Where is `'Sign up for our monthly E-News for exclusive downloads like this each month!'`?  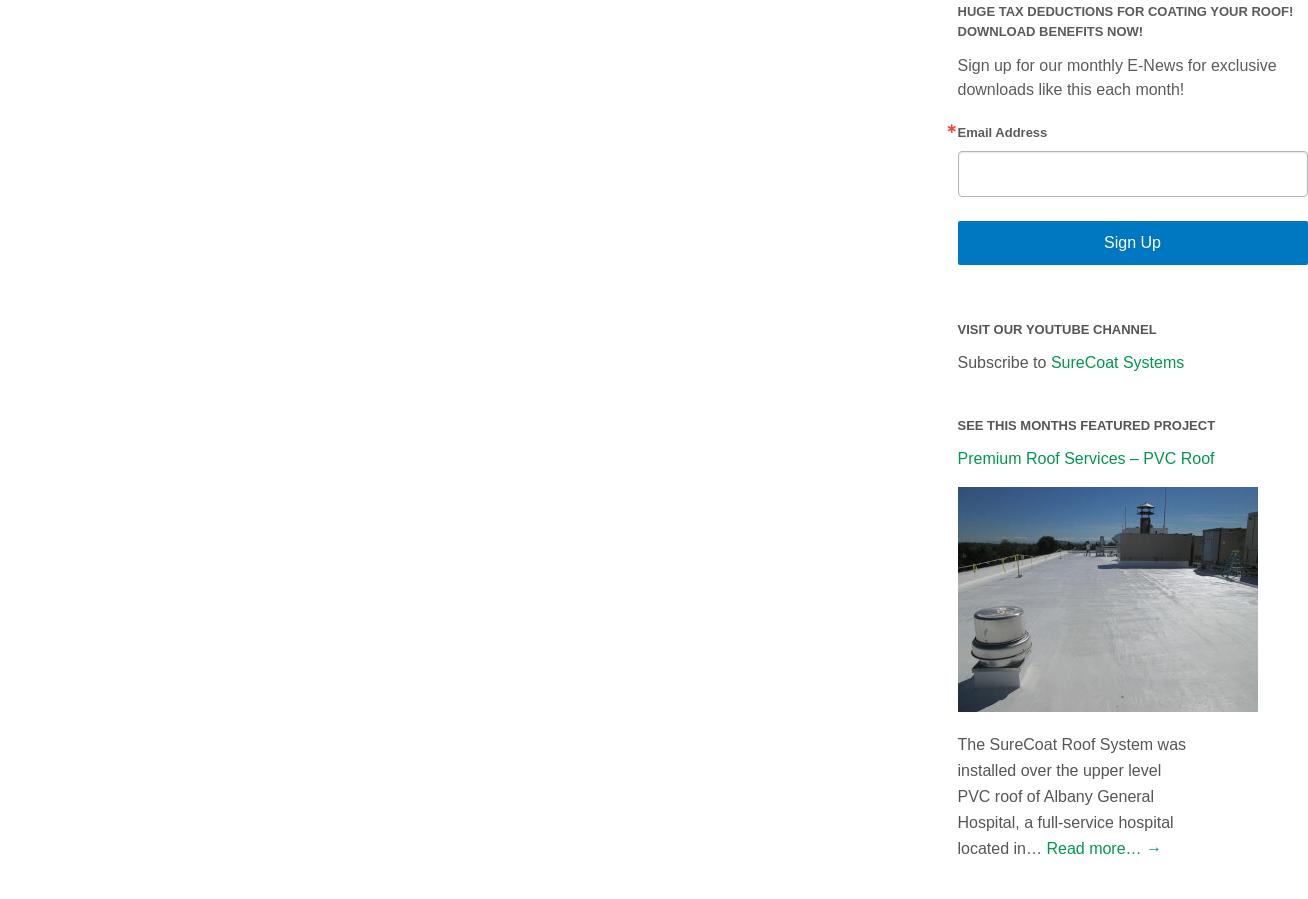
'Sign up for our monthly E-News for exclusive downloads like this each month!' is located at coordinates (1115, 75).